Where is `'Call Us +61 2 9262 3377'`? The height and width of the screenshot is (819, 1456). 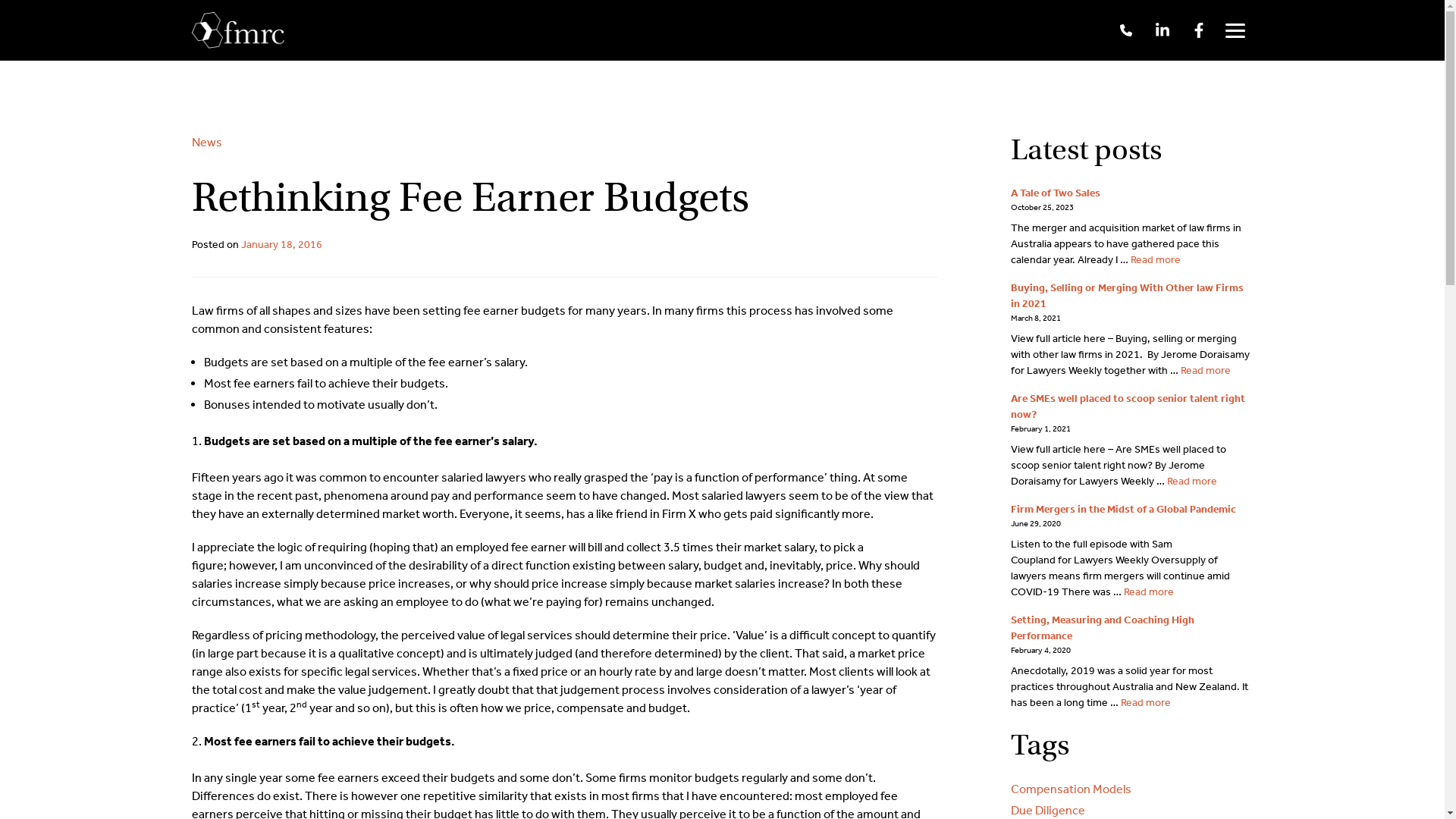 'Call Us +61 2 9262 3377' is located at coordinates (1125, 30).